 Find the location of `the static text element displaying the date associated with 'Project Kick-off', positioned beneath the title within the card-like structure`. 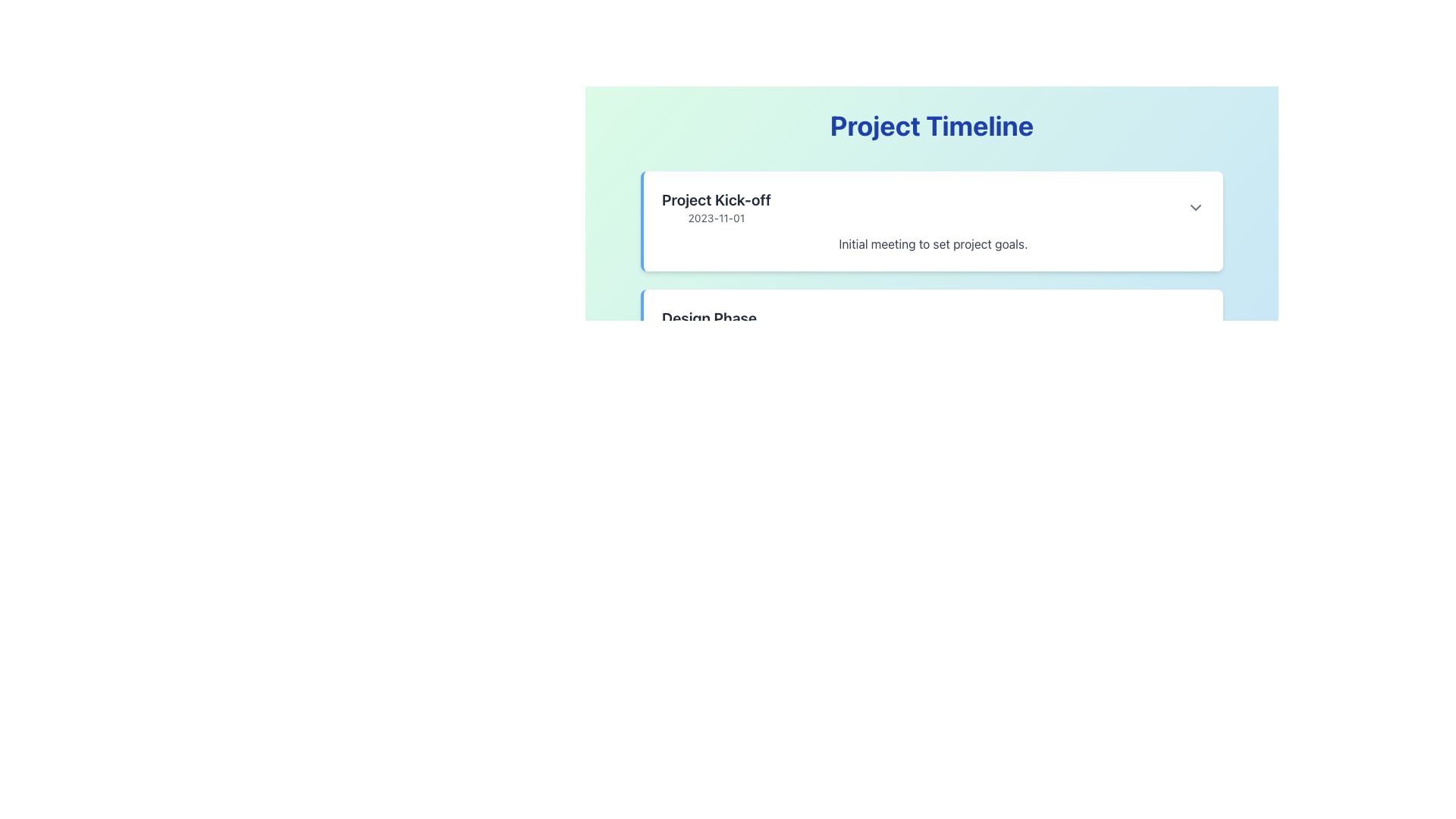

the static text element displaying the date associated with 'Project Kick-off', positioned beneath the title within the card-like structure is located at coordinates (715, 218).